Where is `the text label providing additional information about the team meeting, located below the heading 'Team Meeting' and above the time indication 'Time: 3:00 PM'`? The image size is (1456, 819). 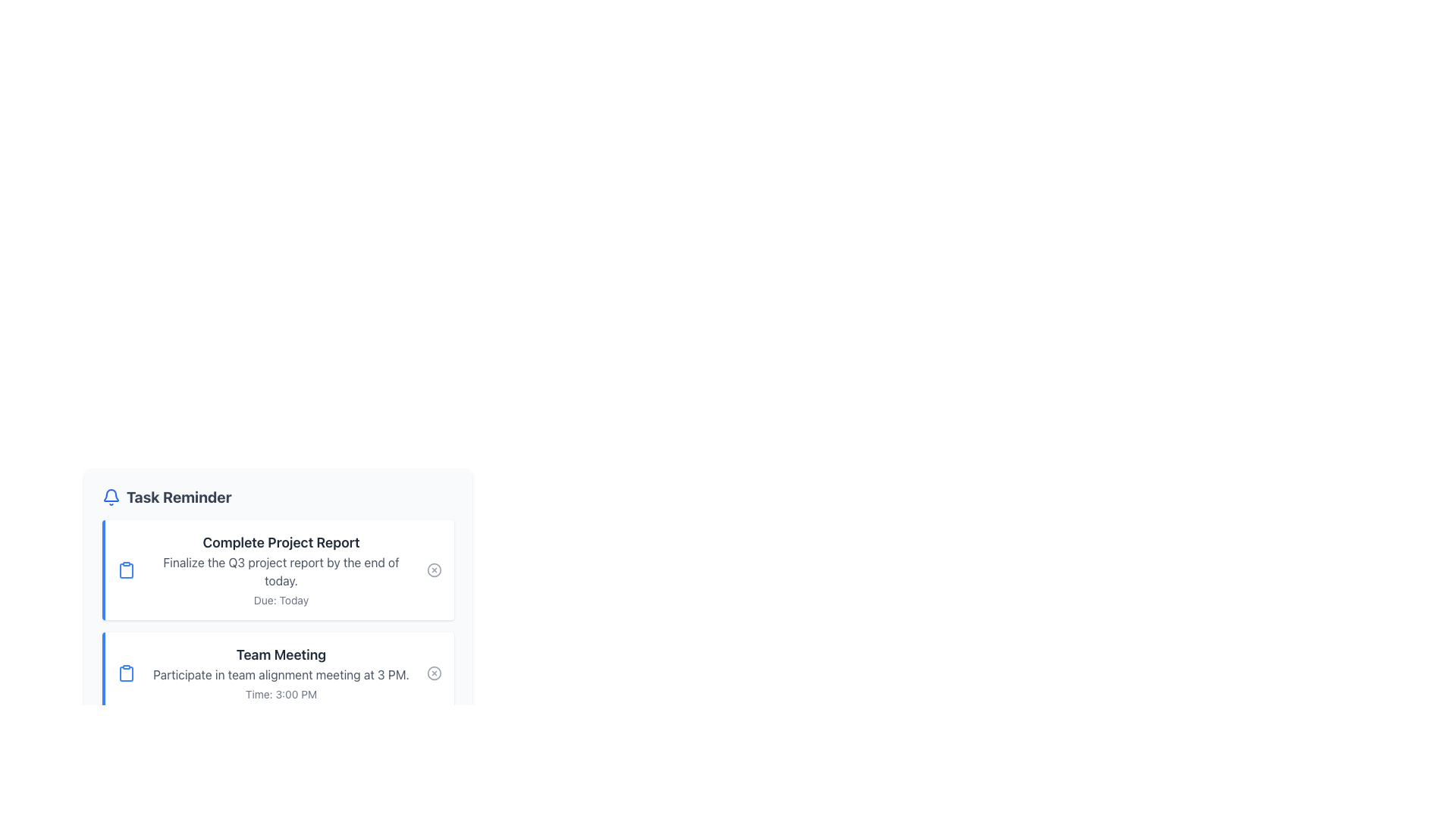 the text label providing additional information about the team meeting, located below the heading 'Team Meeting' and above the time indication 'Time: 3:00 PM' is located at coordinates (281, 674).